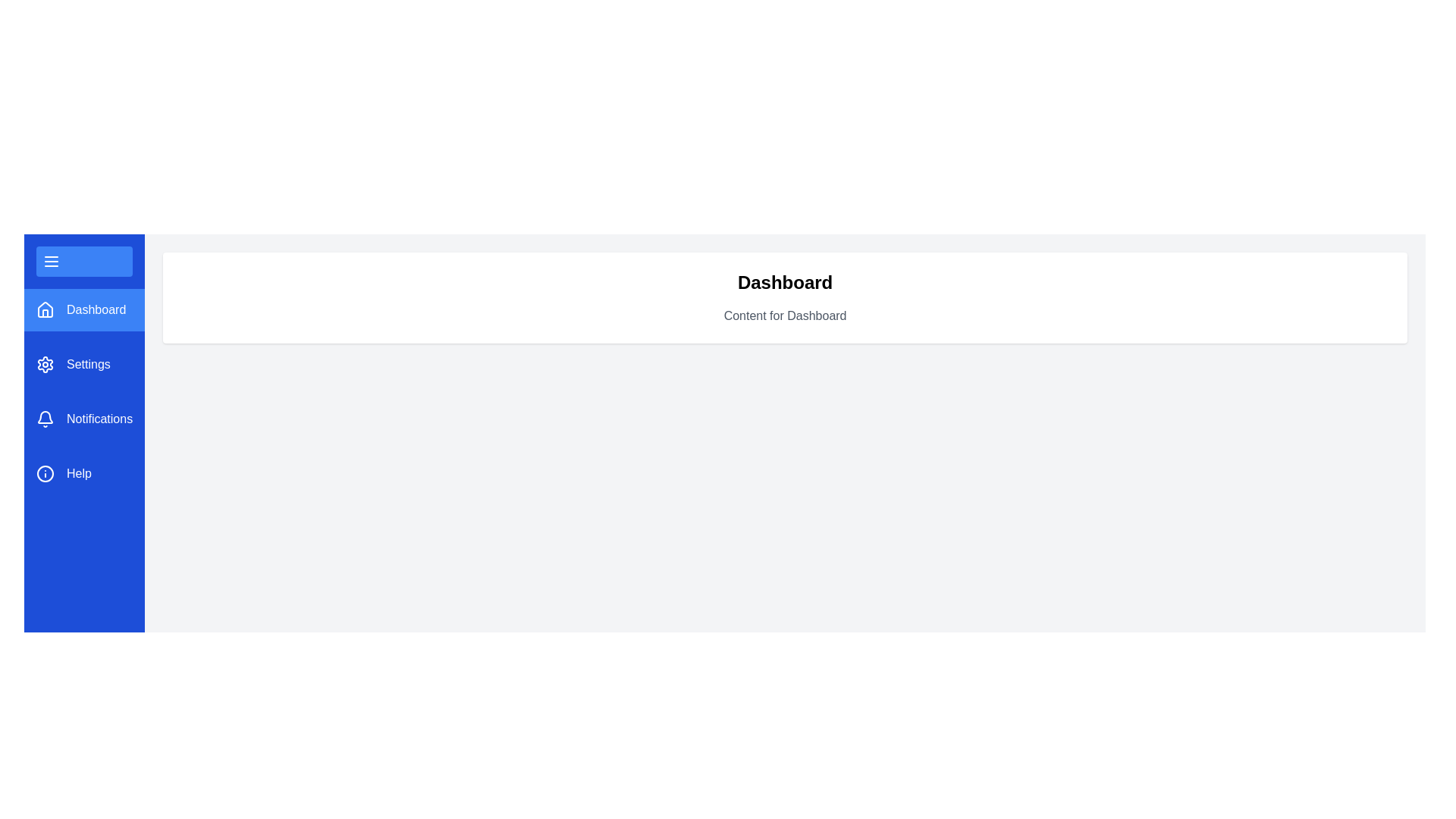 The width and height of the screenshot is (1456, 819). I want to click on the 'Notifications' text label in the blue rectangular sidebar to trigger the tooltip or visual response, so click(99, 419).